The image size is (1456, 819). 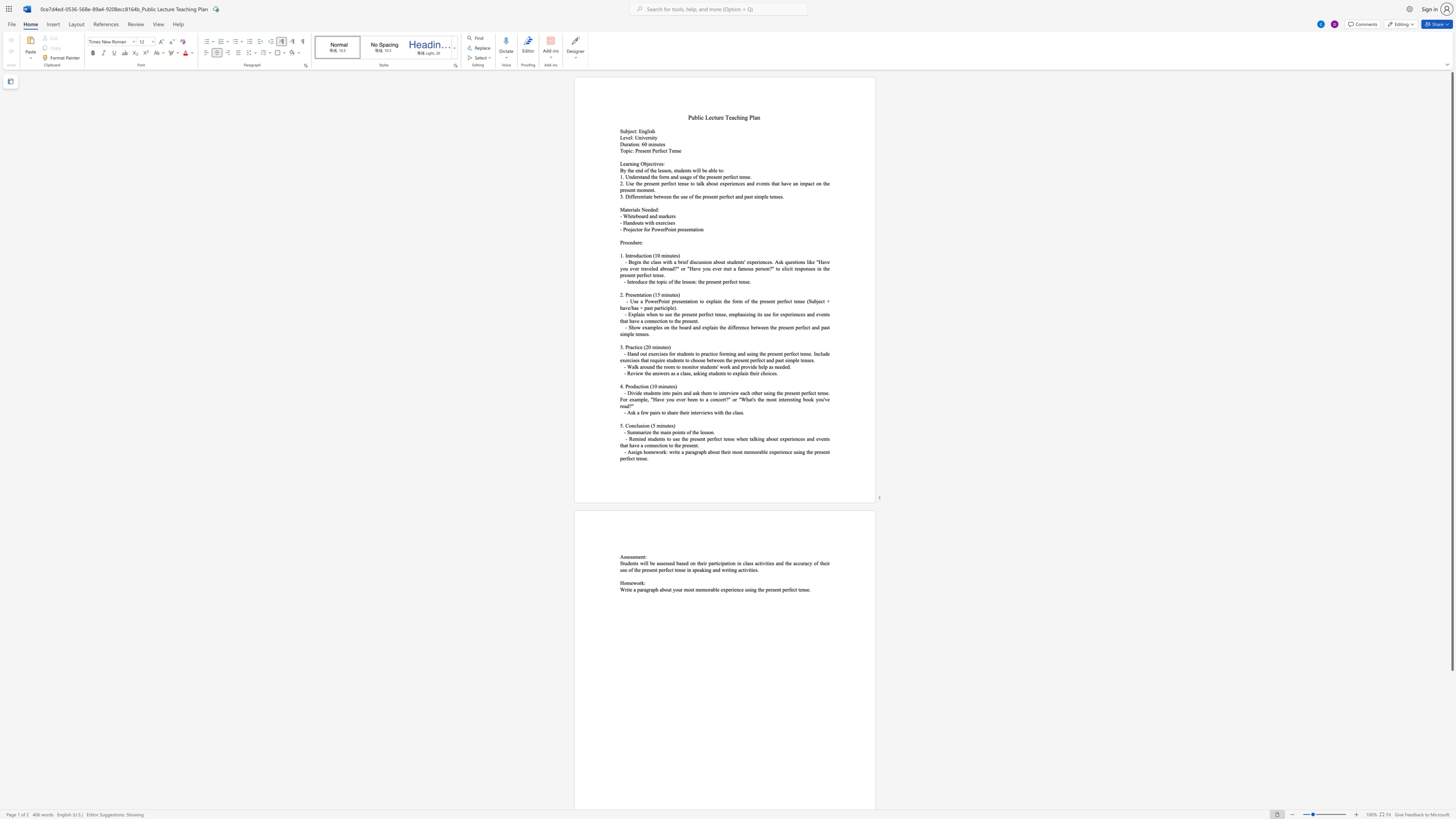 What do you see at coordinates (1451, 800) in the screenshot?
I see `the scrollbar on the side` at bounding box center [1451, 800].